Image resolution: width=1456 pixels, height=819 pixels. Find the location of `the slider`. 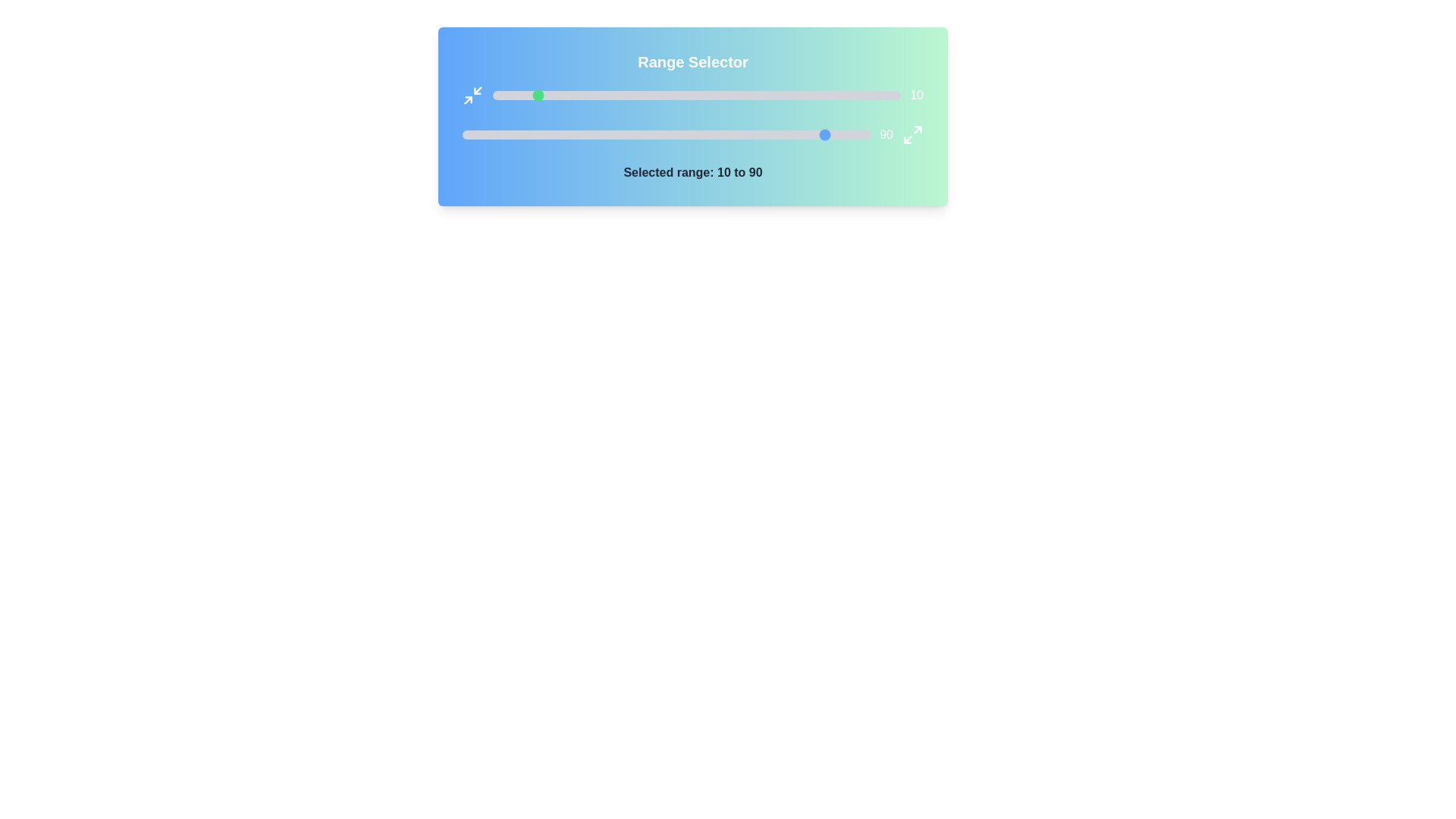

the slider is located at coordinates (783, 96).